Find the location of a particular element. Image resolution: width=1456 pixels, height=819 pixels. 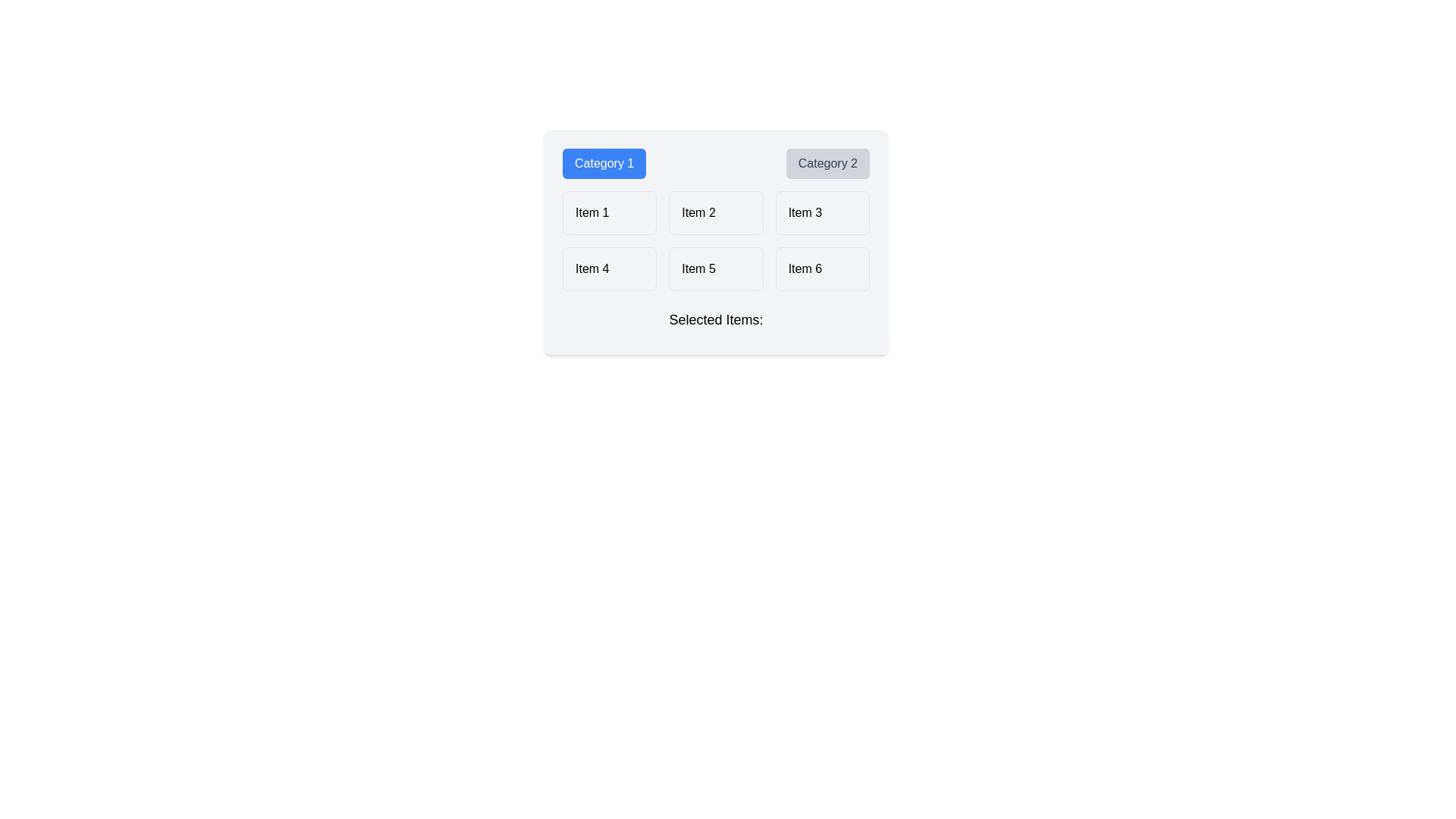

text of the label indicating the title or name of the fifth selectable item in a grid of six items, located at the bottom left of the second row is located at coordinates (698, 268).